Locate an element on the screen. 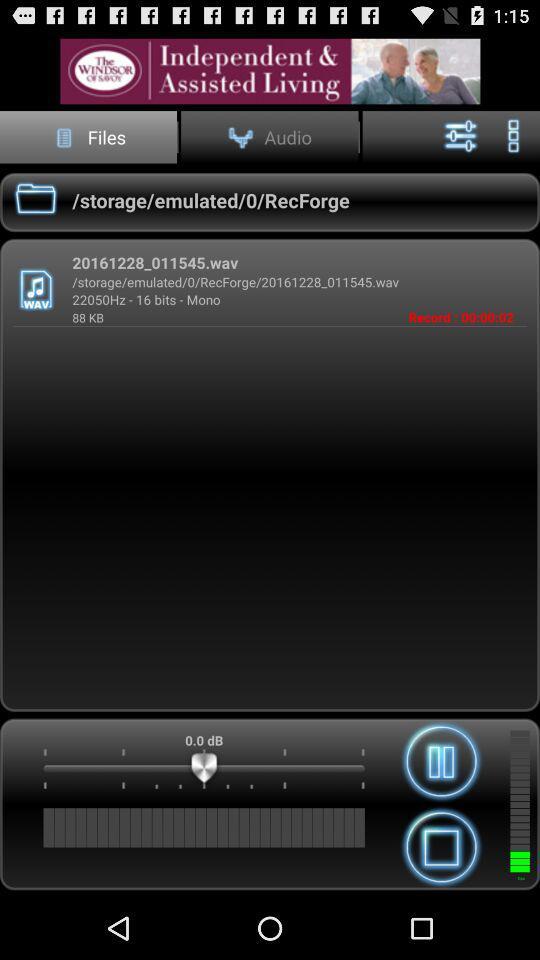 The image size is (540, 960). the pause icon is located at coordinates (441, 814).